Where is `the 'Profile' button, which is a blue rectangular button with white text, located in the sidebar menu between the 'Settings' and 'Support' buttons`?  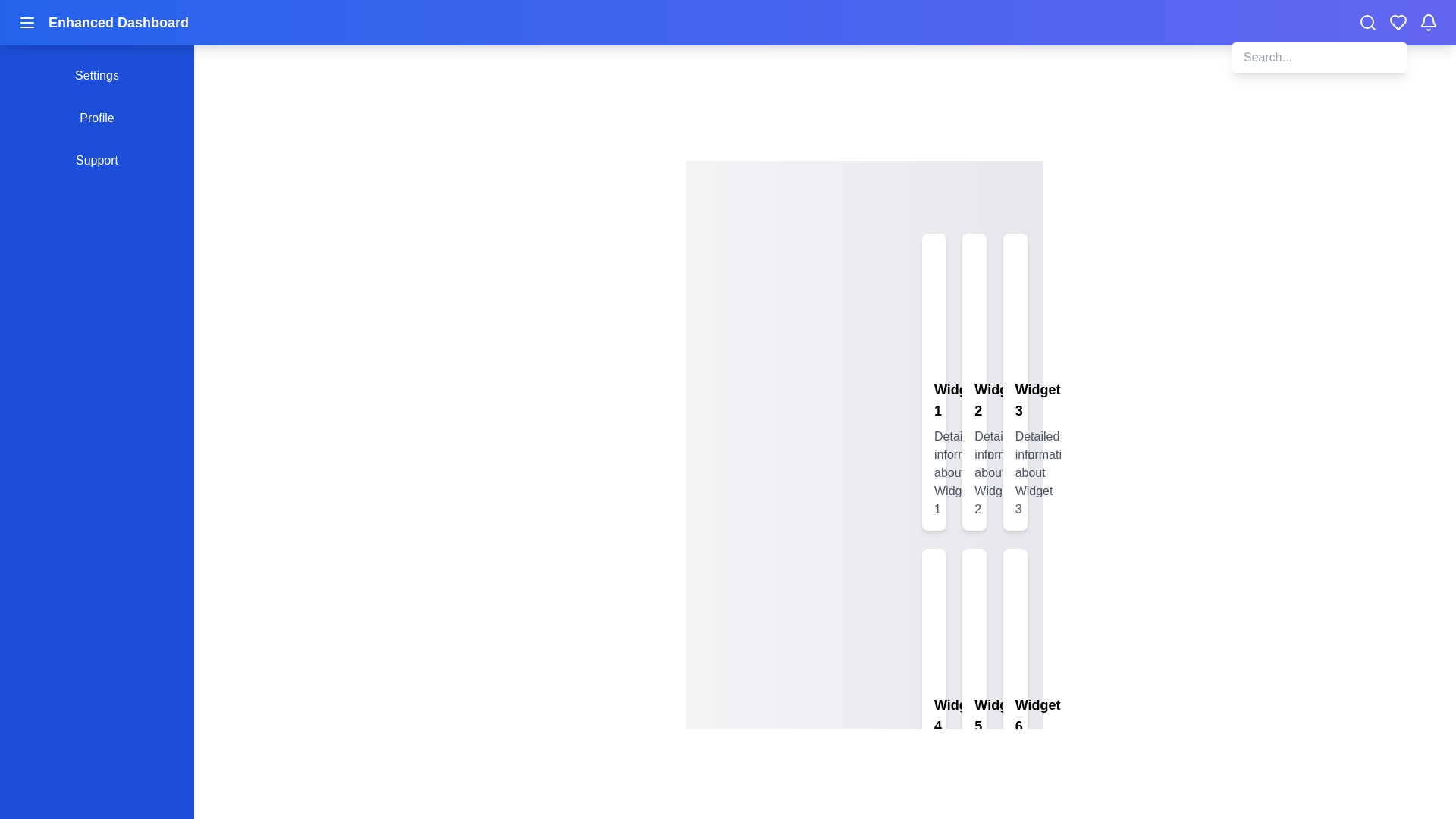 the 'Profile' button, which is a blue rectangular button with white text, located in the sidebar menu between the 'Settings' and 'Support' buttons is located at coordinates (96, 117).